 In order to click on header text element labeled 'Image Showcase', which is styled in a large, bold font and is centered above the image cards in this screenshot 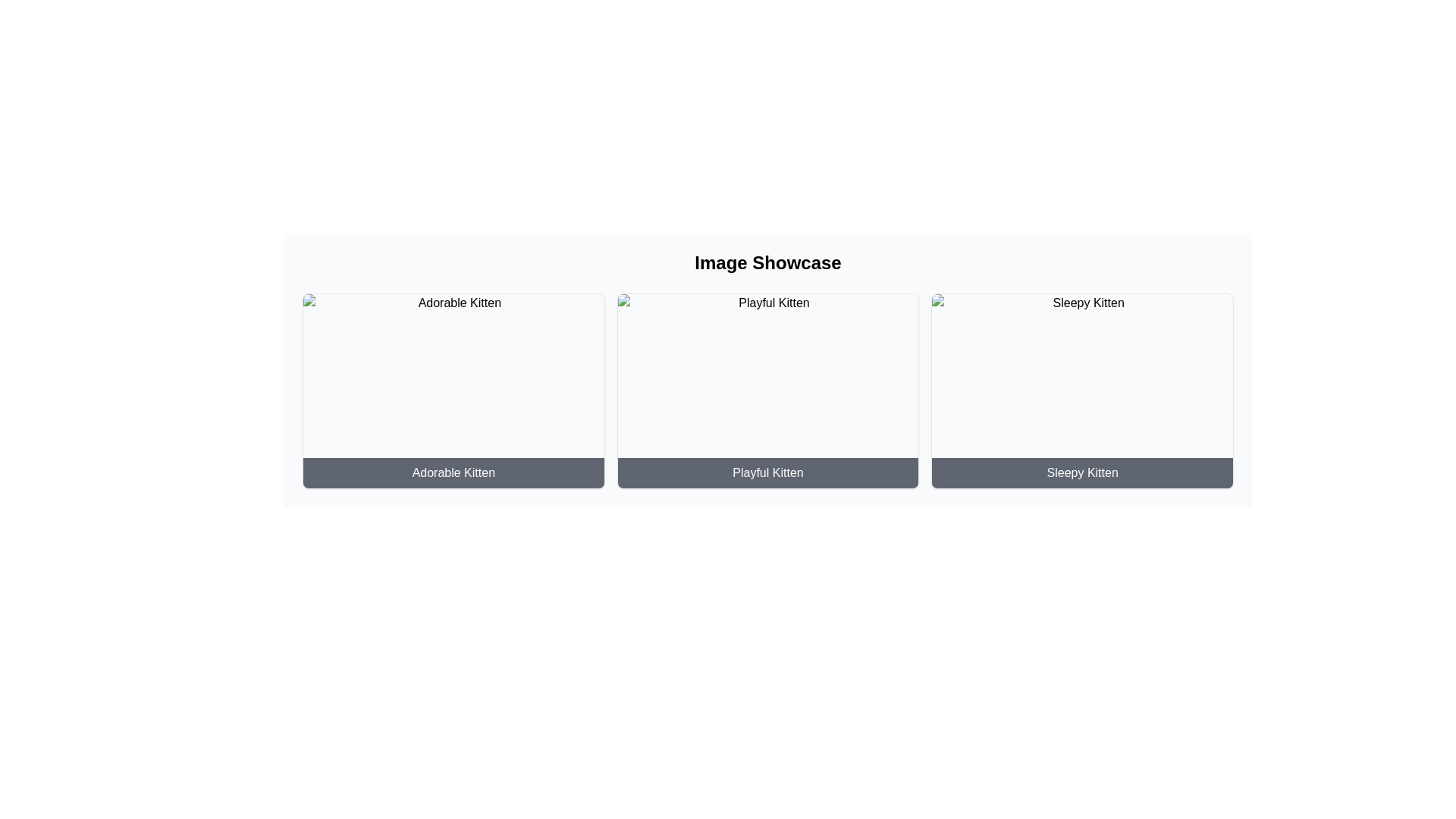, I will do `click(767, 262)`.